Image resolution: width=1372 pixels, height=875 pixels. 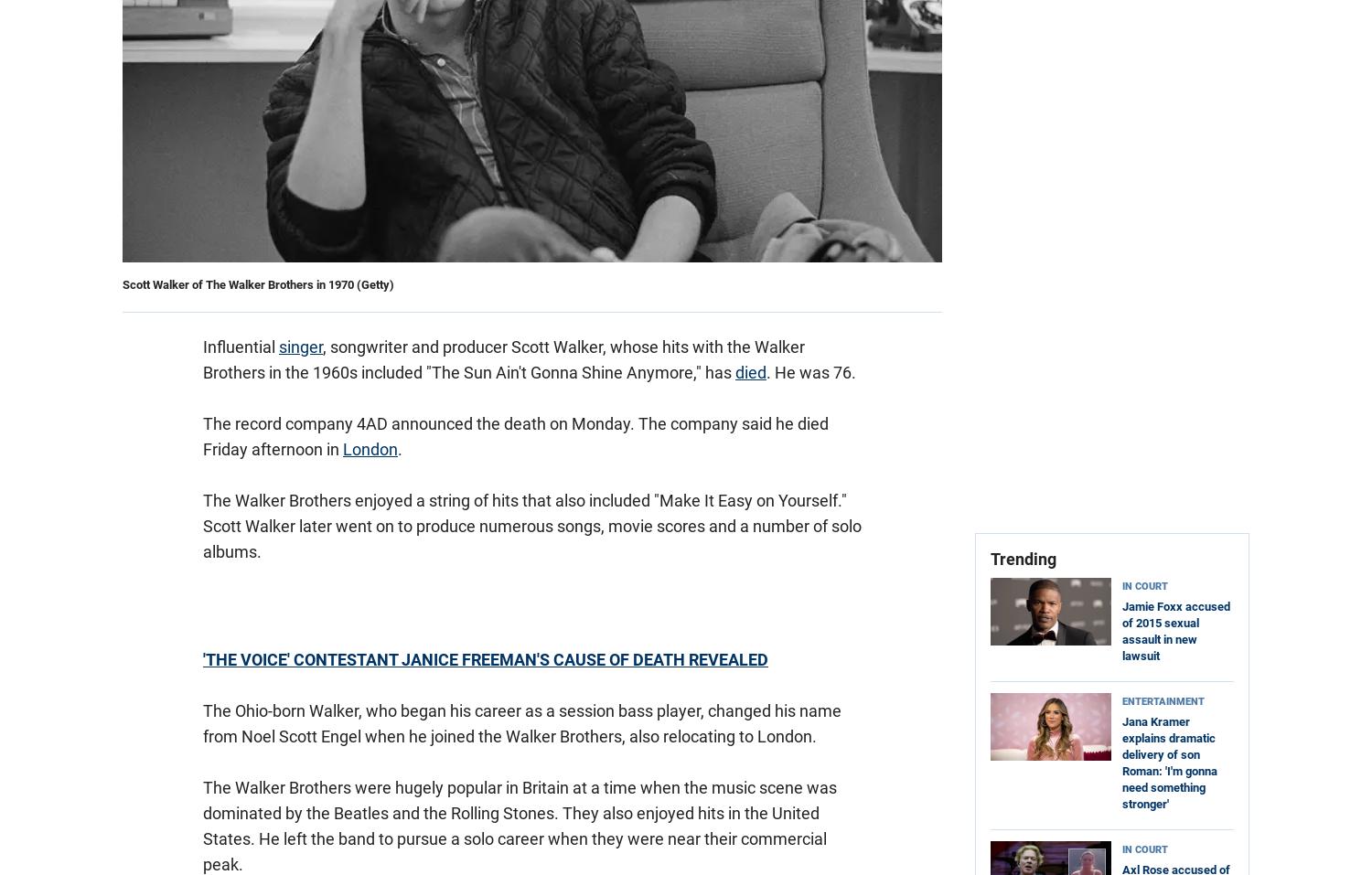 I want to click on 'The record company 4AD announced the death on Monday. The company said he died Friday afternoon in', so click(x=202, y=435).